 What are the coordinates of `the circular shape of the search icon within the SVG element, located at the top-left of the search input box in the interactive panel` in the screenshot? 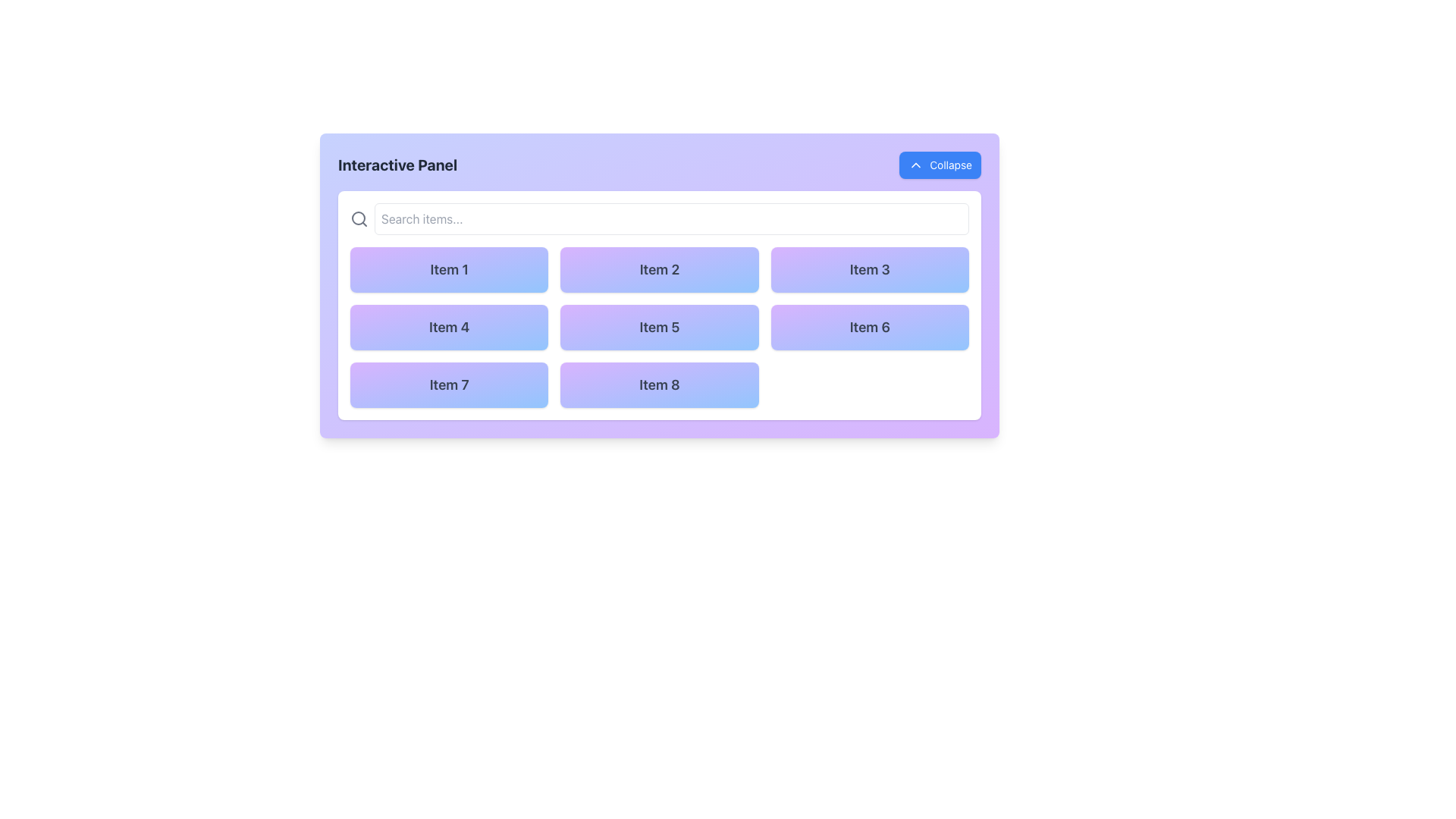 It's located at (358, 218).